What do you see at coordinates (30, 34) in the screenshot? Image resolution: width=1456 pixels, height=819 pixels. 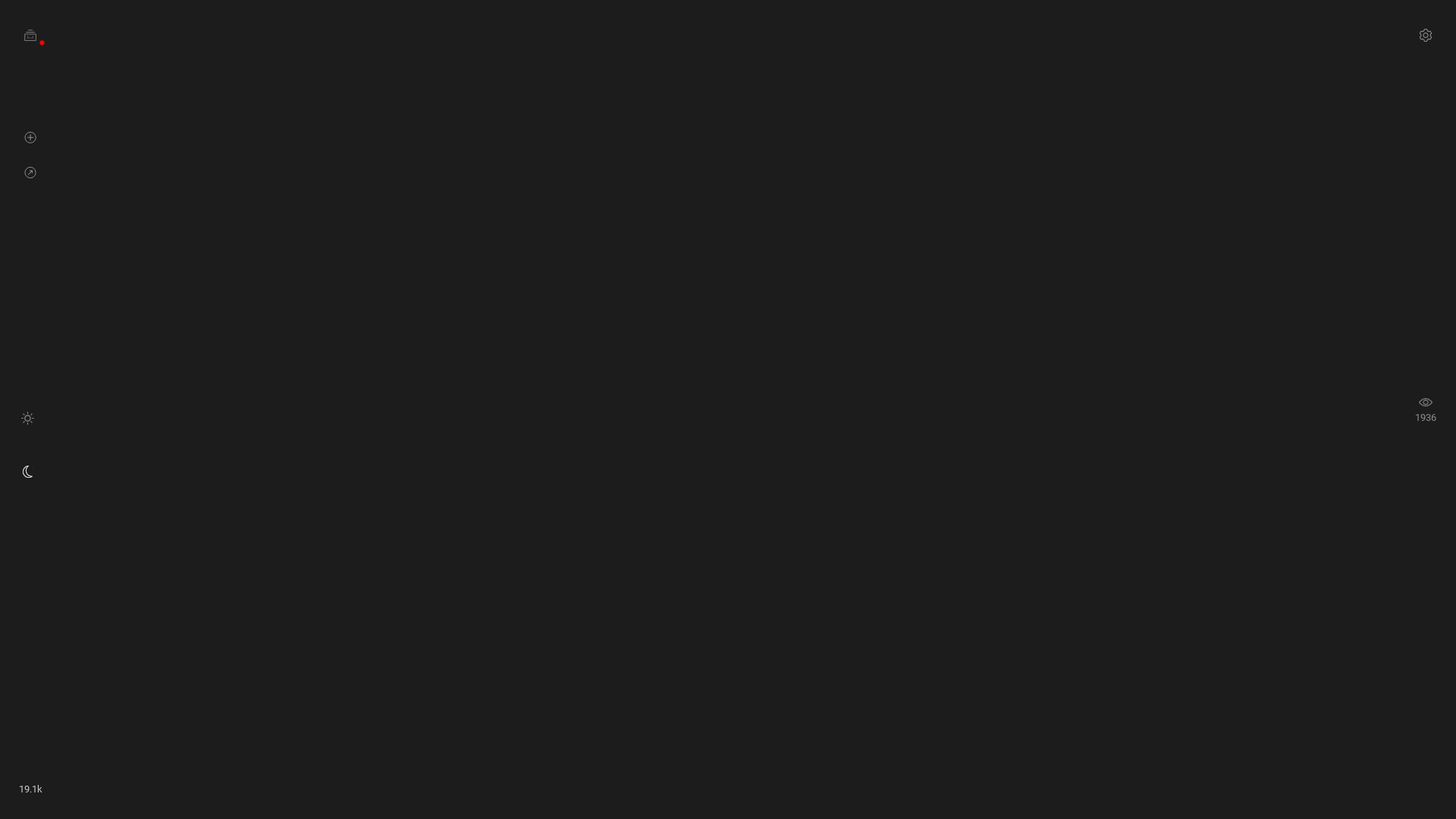 I see `'Drawer'` at bounding box center [30, 34].